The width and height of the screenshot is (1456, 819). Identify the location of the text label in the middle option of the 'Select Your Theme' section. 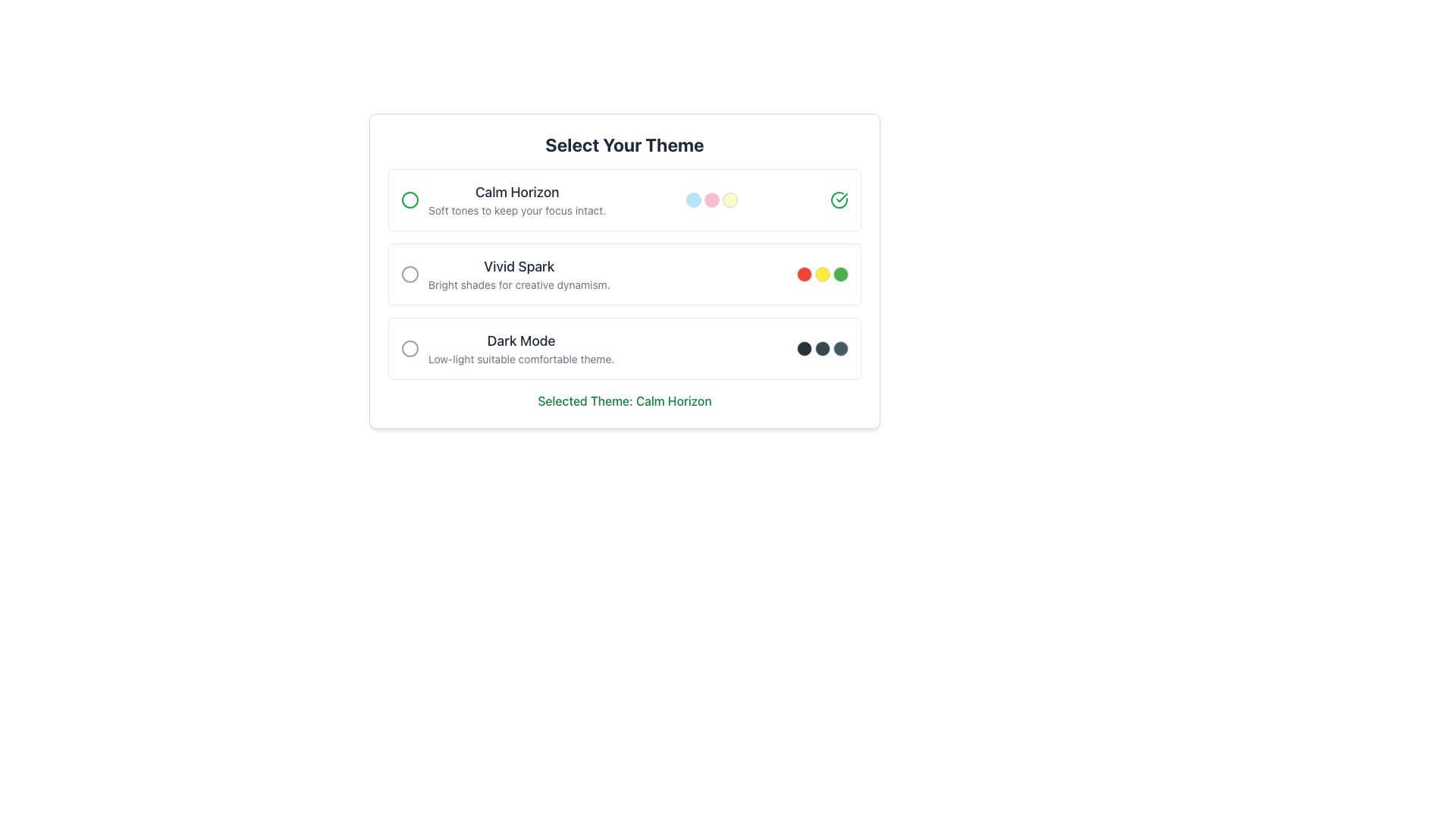
(519, 275).